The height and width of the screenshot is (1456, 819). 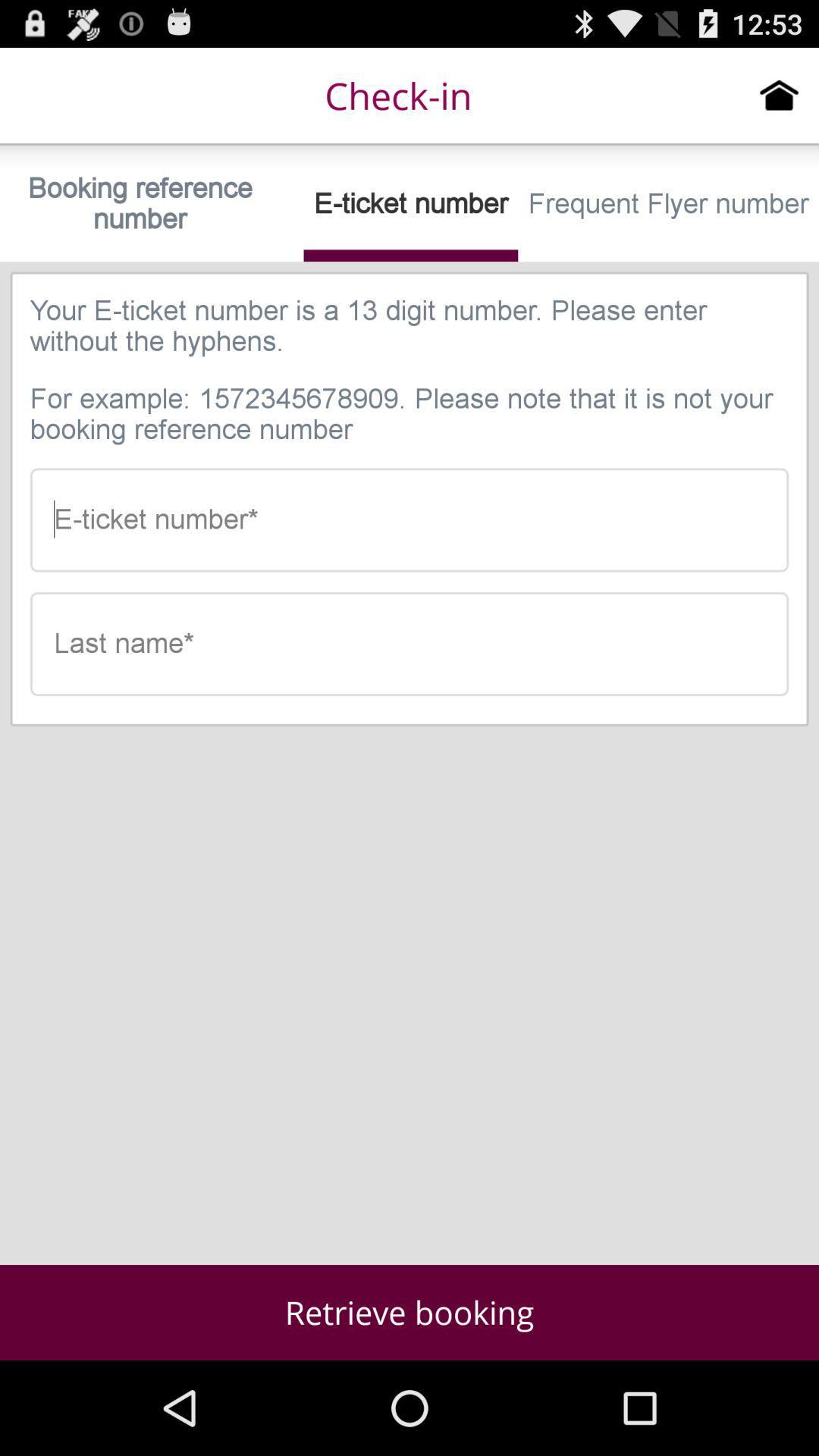 I want to click on the icon above your e ticket item, so click(x=667, y=202).